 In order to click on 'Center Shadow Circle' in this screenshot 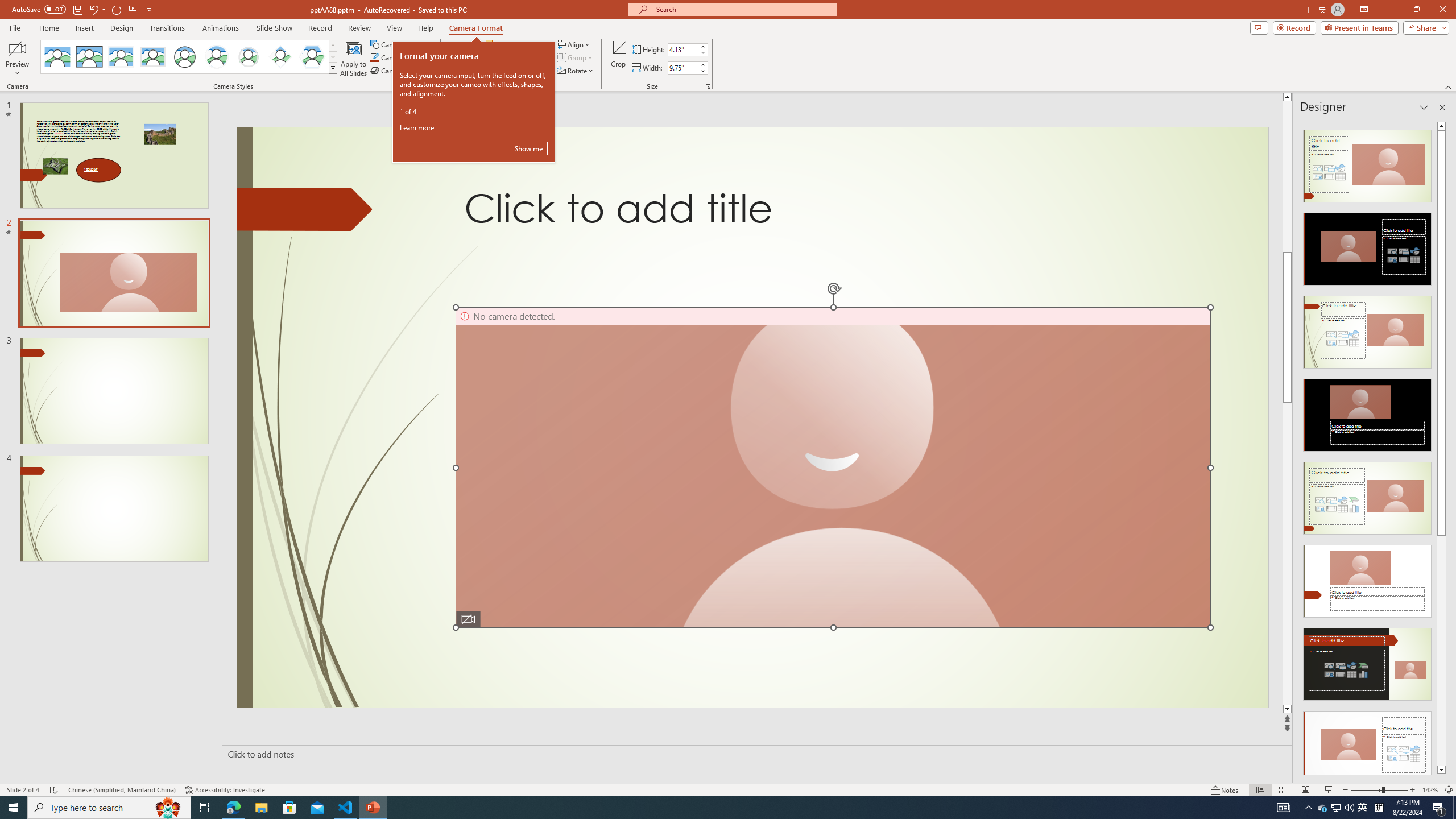, I will do `click(216, 56)`.